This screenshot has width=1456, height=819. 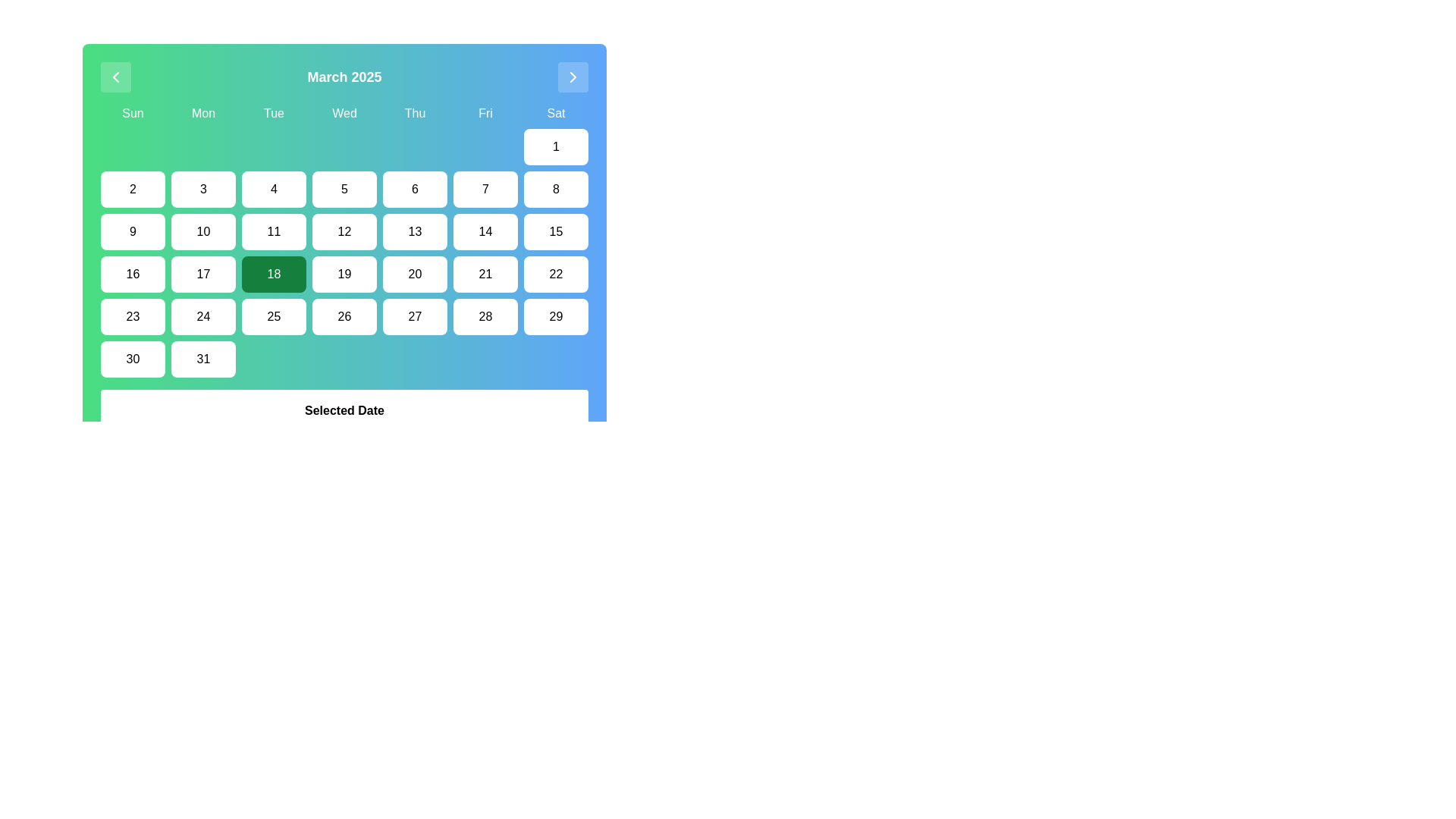 I want to click on the rectangular button with a white background and the text '4', so click(x=274, y=189).